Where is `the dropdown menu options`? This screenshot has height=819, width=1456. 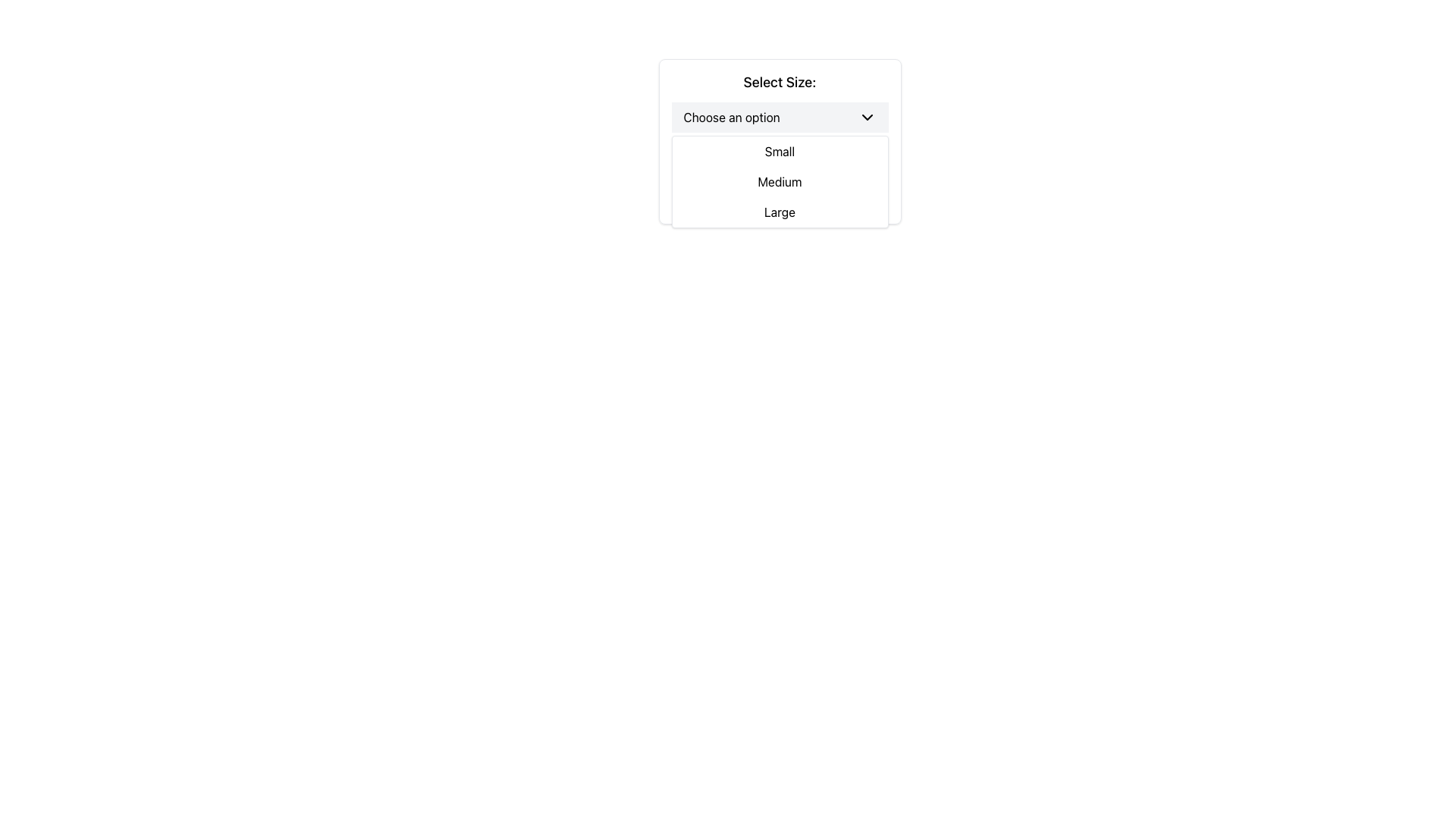
the dropdown menu options is located at coordinates (780, 180).